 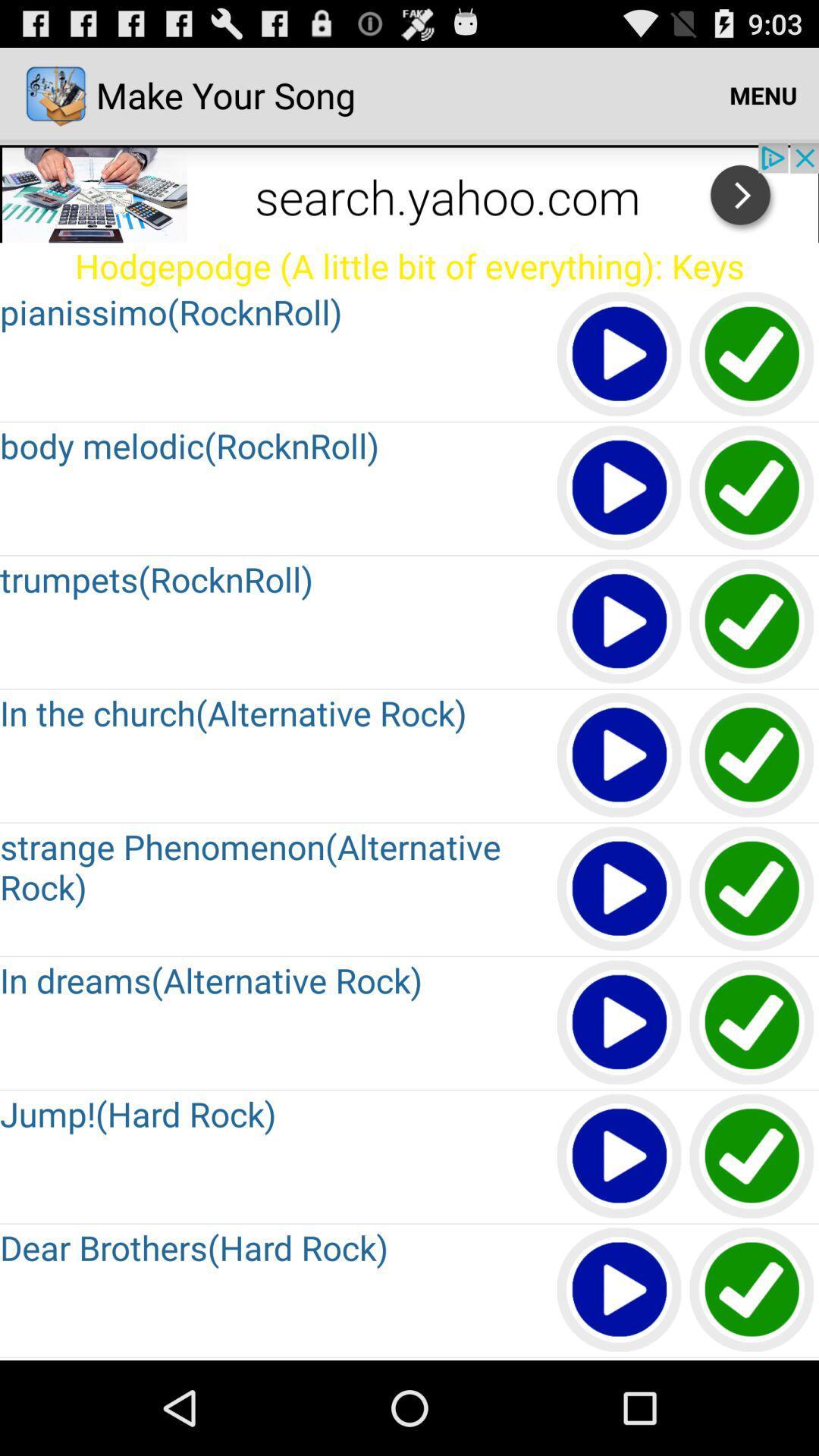 I want to click on songs, so click(x=620, y=1156).